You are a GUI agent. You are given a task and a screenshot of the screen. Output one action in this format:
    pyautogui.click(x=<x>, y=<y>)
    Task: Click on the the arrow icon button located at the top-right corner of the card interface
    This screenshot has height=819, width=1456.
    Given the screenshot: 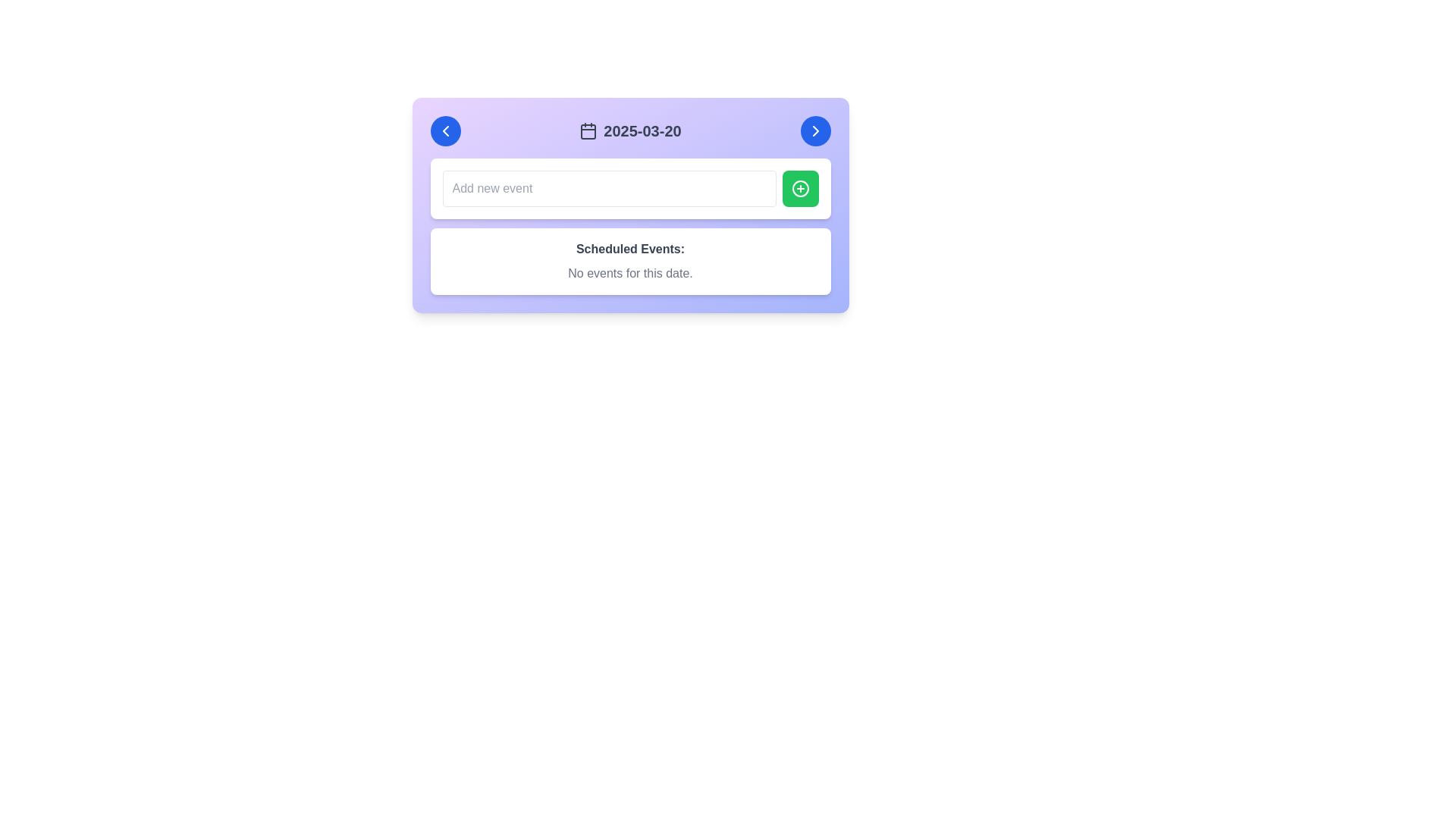 What is the action you would take?
    pyautogui.click(x=814, y=130)
    